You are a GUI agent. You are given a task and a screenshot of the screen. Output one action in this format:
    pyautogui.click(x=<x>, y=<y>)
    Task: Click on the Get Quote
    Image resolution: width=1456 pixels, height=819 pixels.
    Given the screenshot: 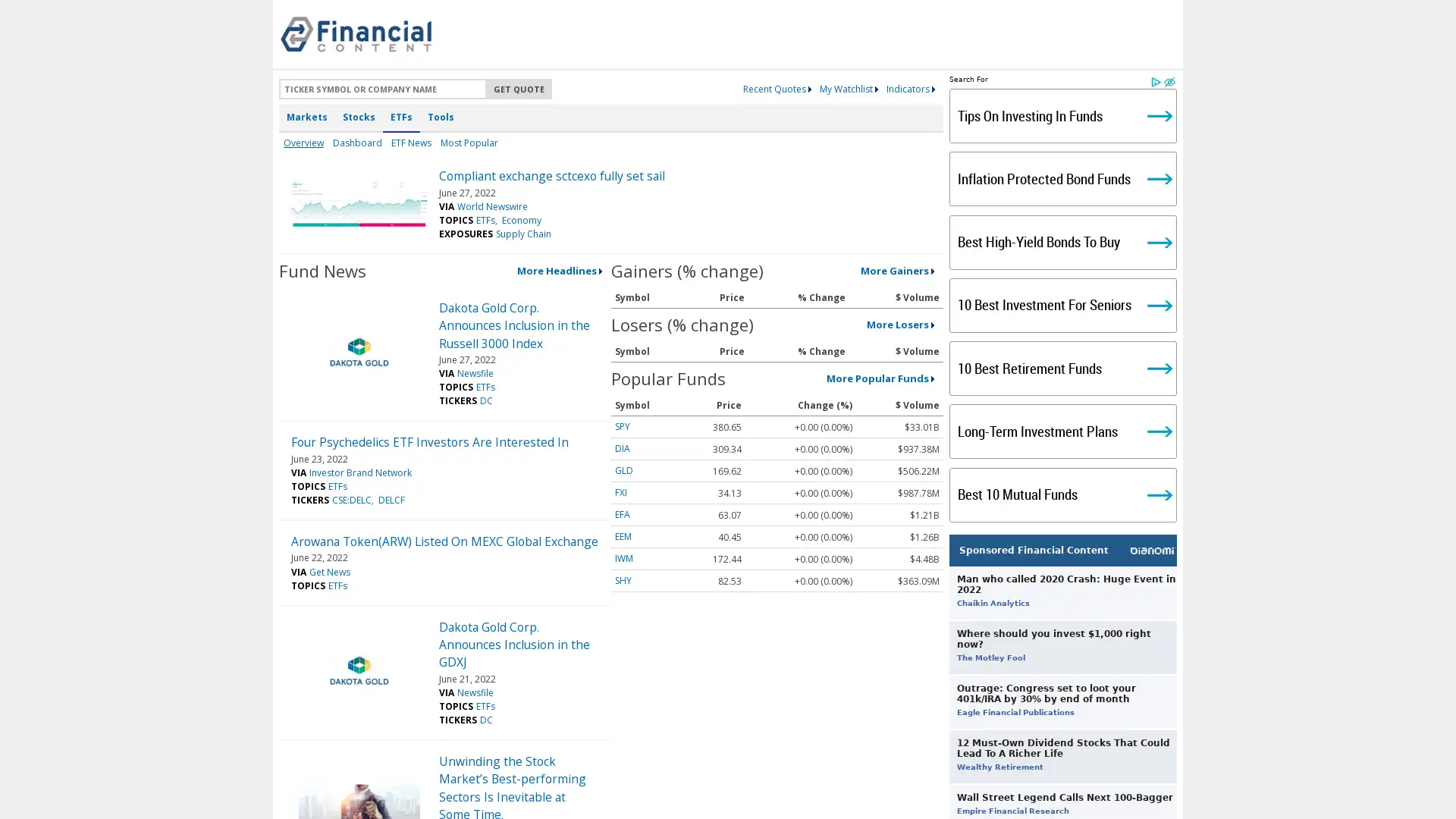 What is the action you would take?
    pyautogui.click(x=519, y=89)
    